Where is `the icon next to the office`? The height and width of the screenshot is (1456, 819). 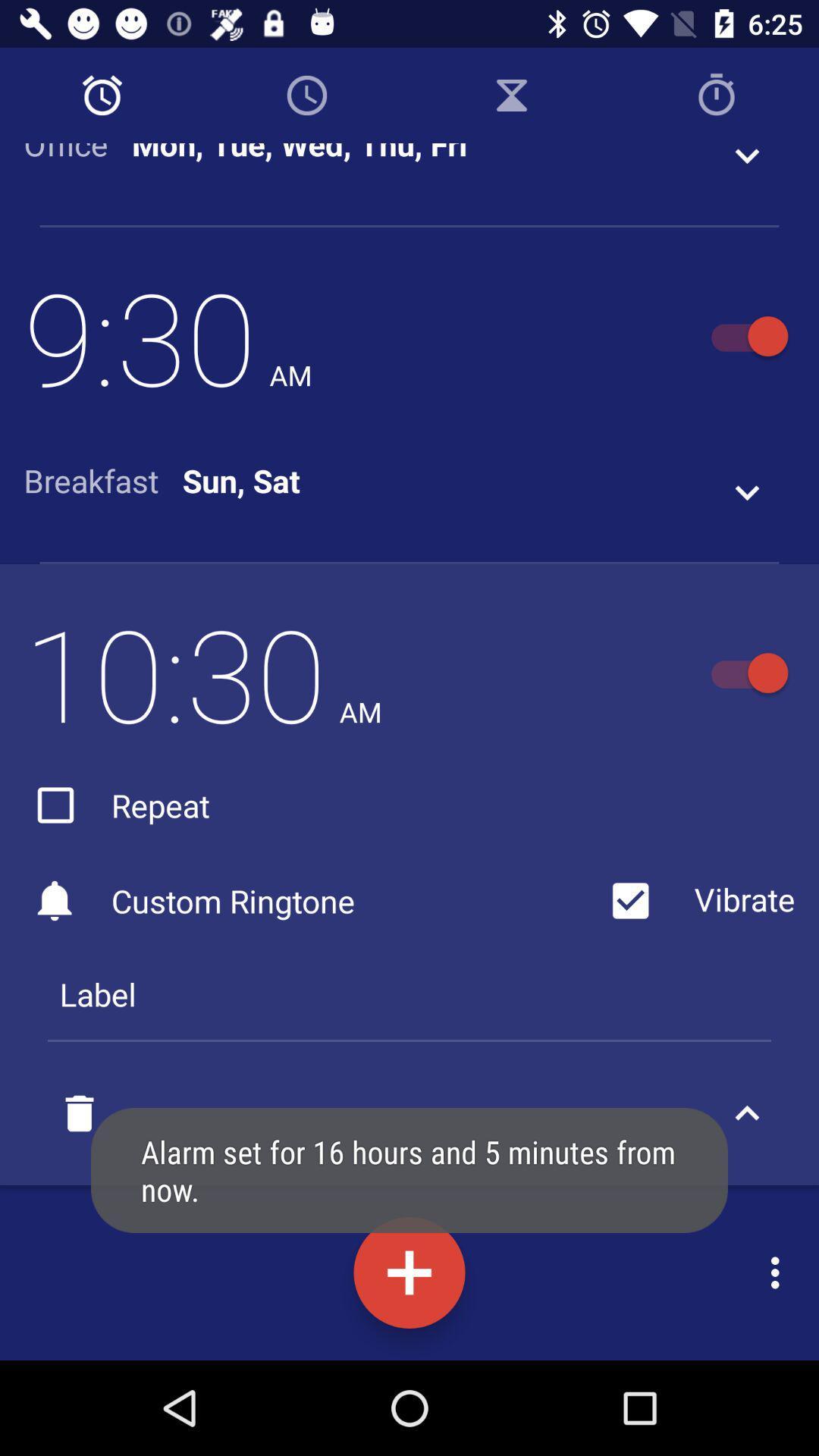
the icon next to the office is located at coordinates (300, 154).